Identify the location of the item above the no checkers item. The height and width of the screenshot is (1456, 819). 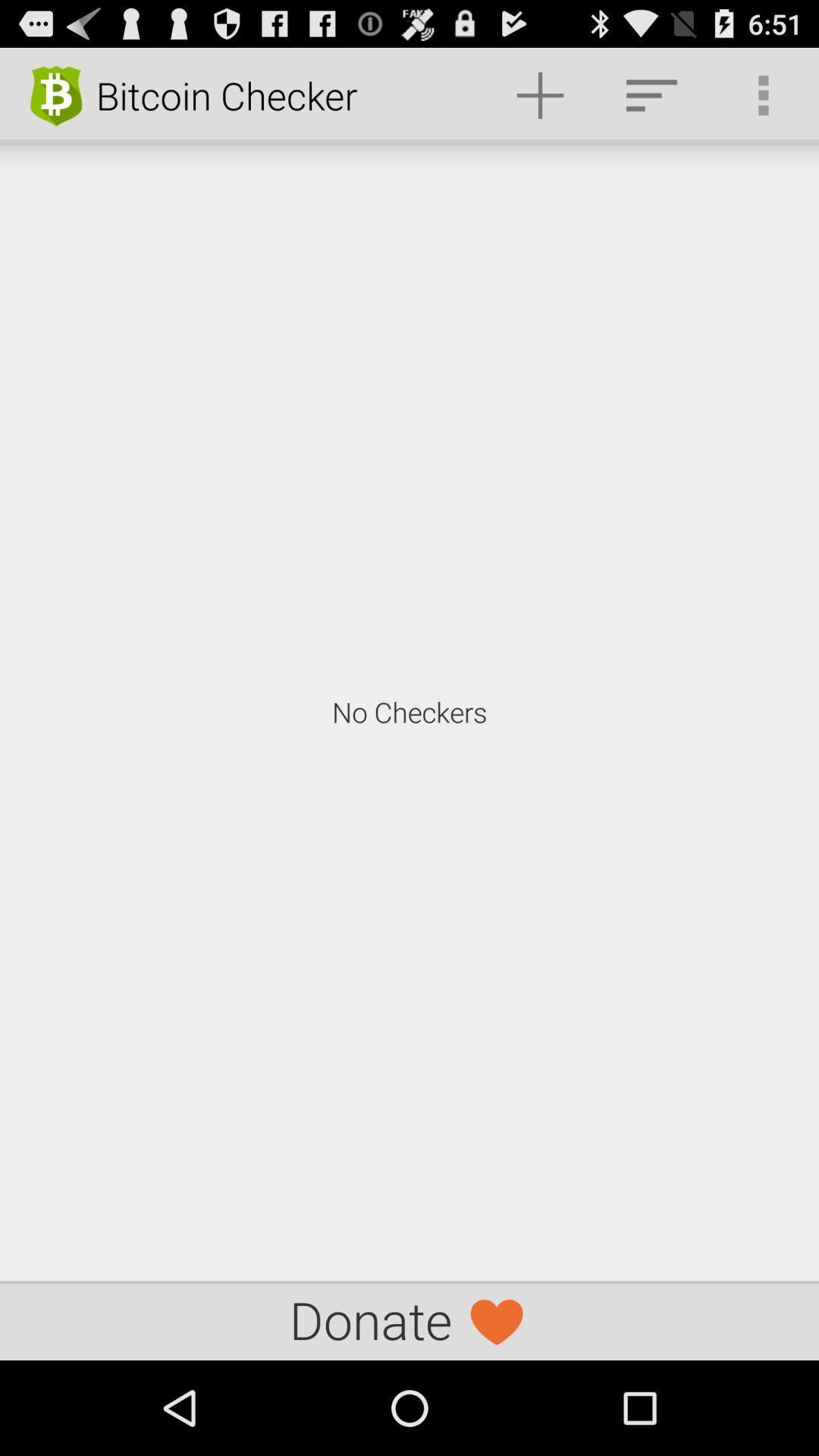
(539, 94).